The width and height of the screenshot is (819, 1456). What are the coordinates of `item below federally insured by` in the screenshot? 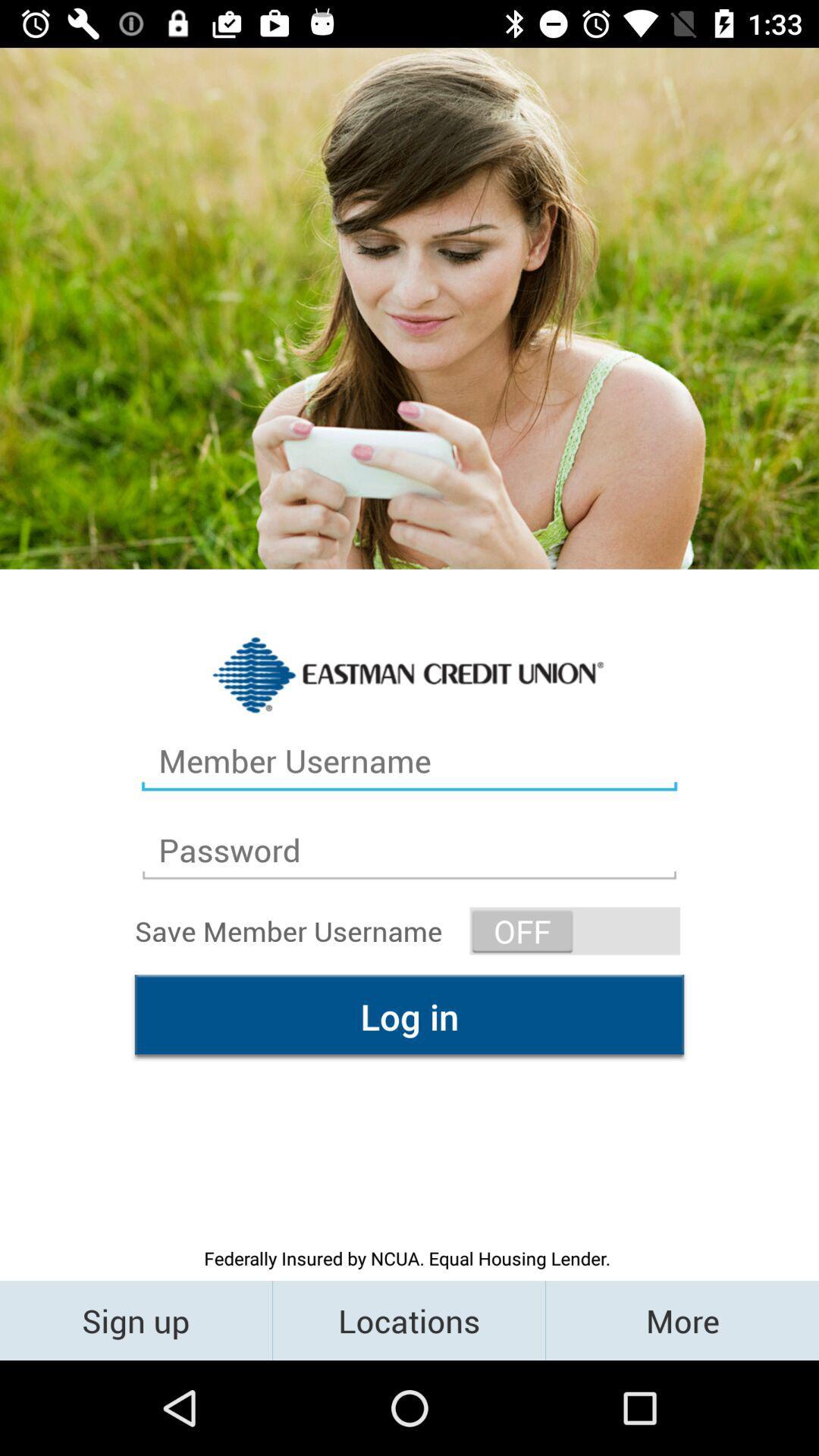 It's located at (681, 1319).